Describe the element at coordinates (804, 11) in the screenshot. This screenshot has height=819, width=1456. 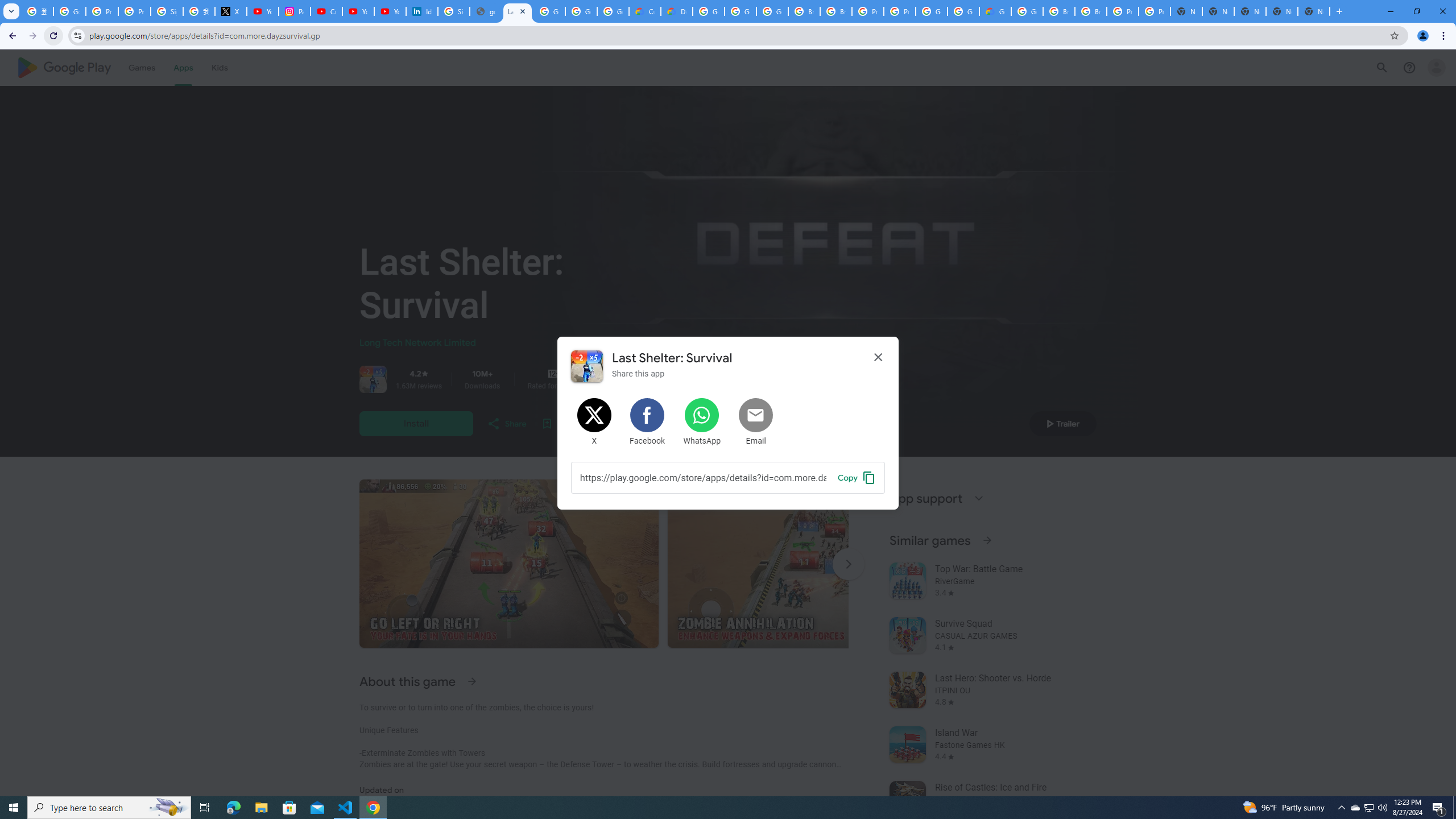
I see `'Browse Chrome as a guest - Computer - Google Chrome Help'` at that location.